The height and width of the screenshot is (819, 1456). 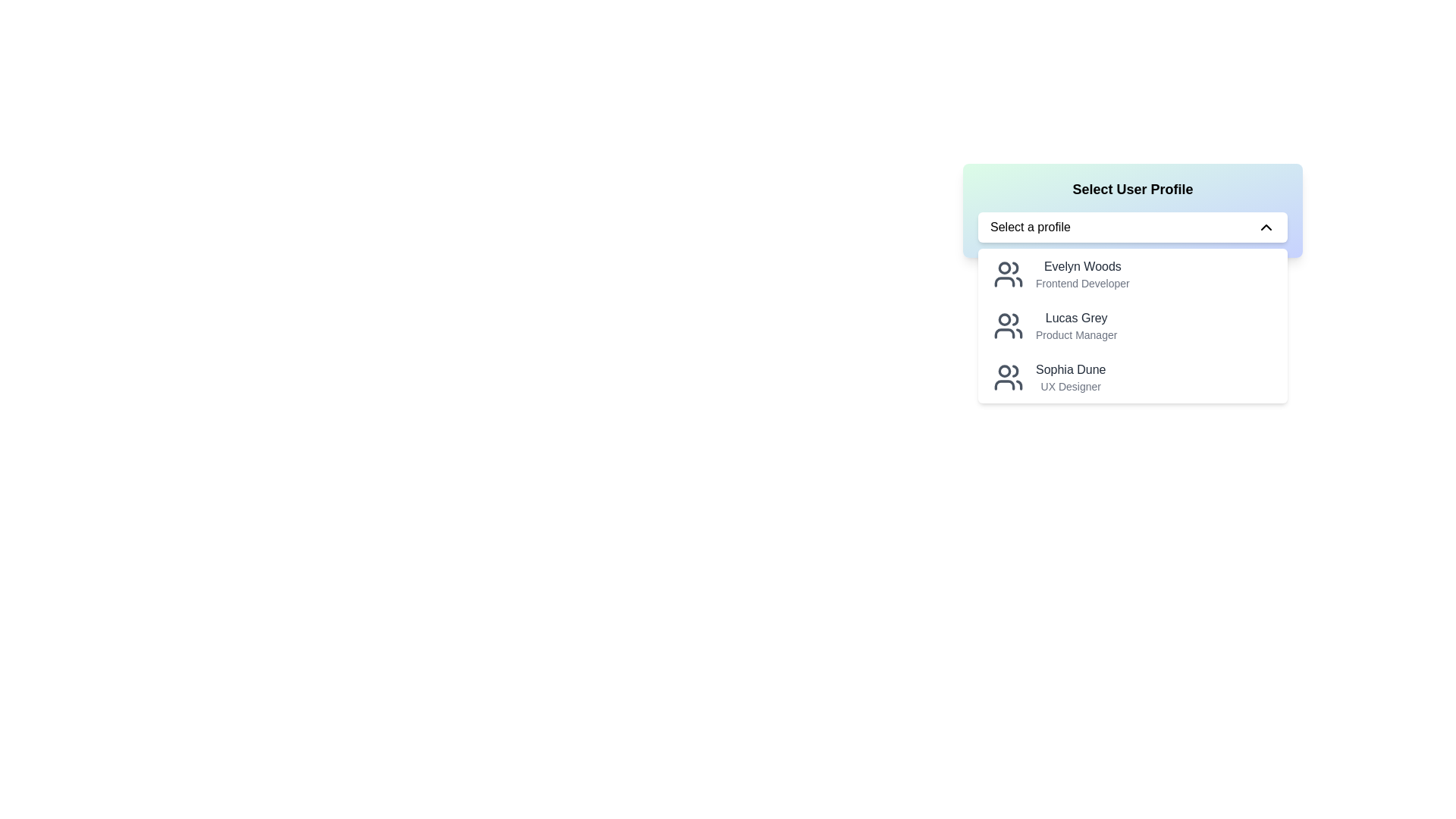 I want to click on the dropdown menu labeled 'Select a profile' to focus on it, so click(x=1132, y=227).